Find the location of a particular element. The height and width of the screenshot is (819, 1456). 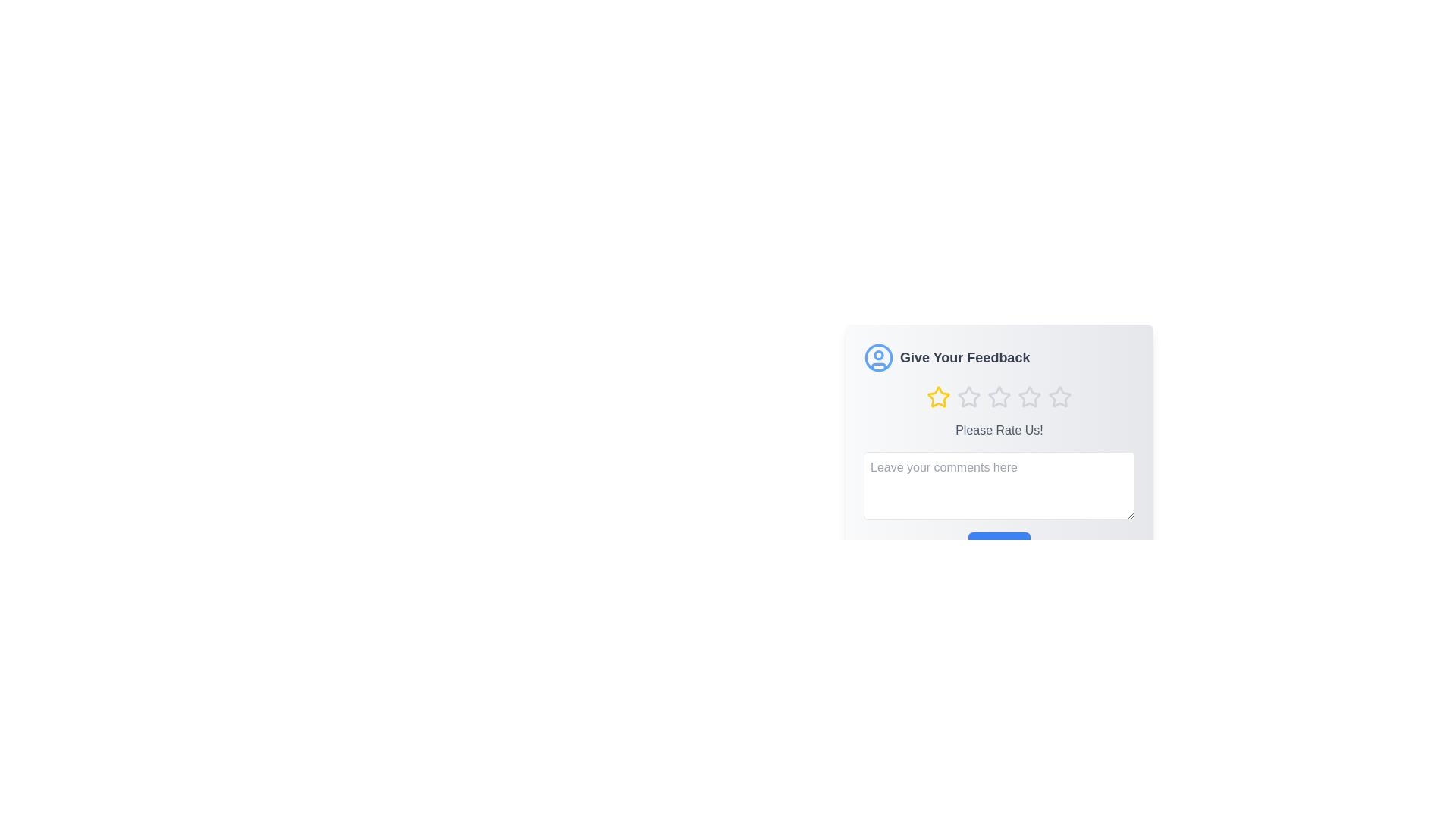

the outlined star icon, which is the fourth star in a row of five icons in the 'Please Rate Us!' section of the feedback form is located at coordinates (1030, 397).